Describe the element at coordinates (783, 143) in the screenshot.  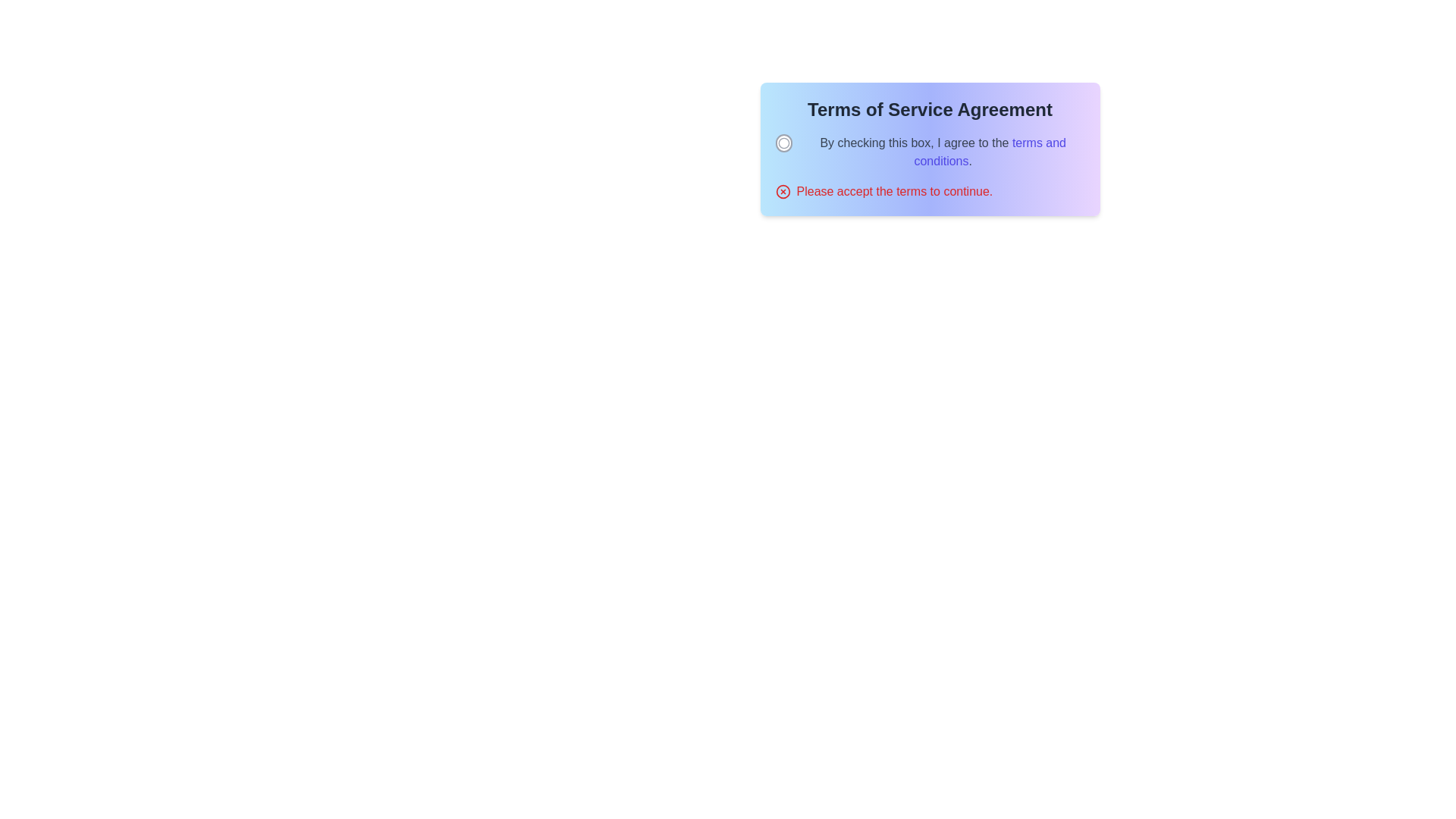
I see `the interactive checkbox located to the left of the text 'By checking this box, I agree to the terms and conditions.'` at that location.